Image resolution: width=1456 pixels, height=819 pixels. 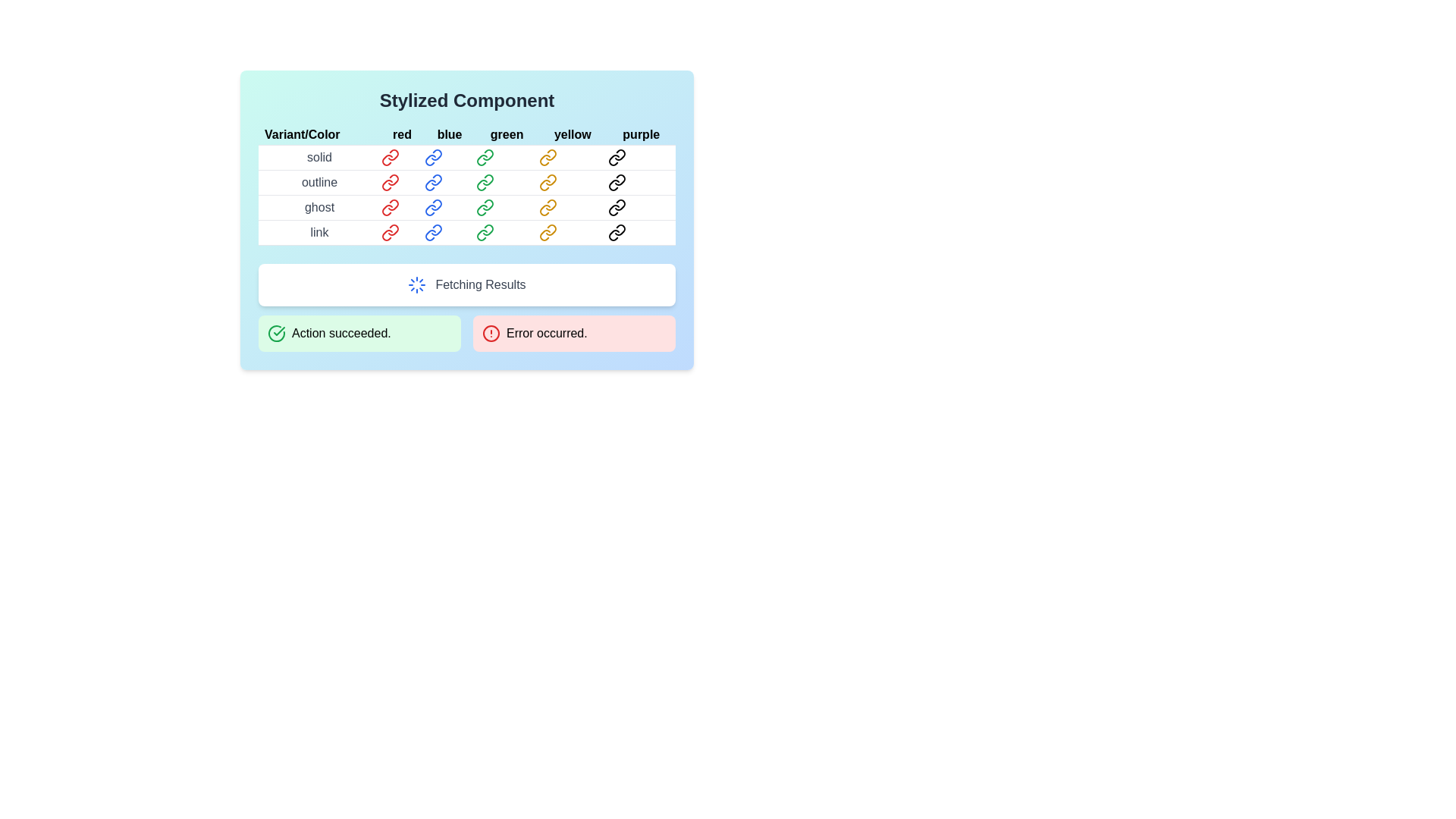 What do you see at coordinates (390, 158) in the screenshot?
I see `the red-colored link icon with the text 'solid red'` at bounding box center [390, 158].